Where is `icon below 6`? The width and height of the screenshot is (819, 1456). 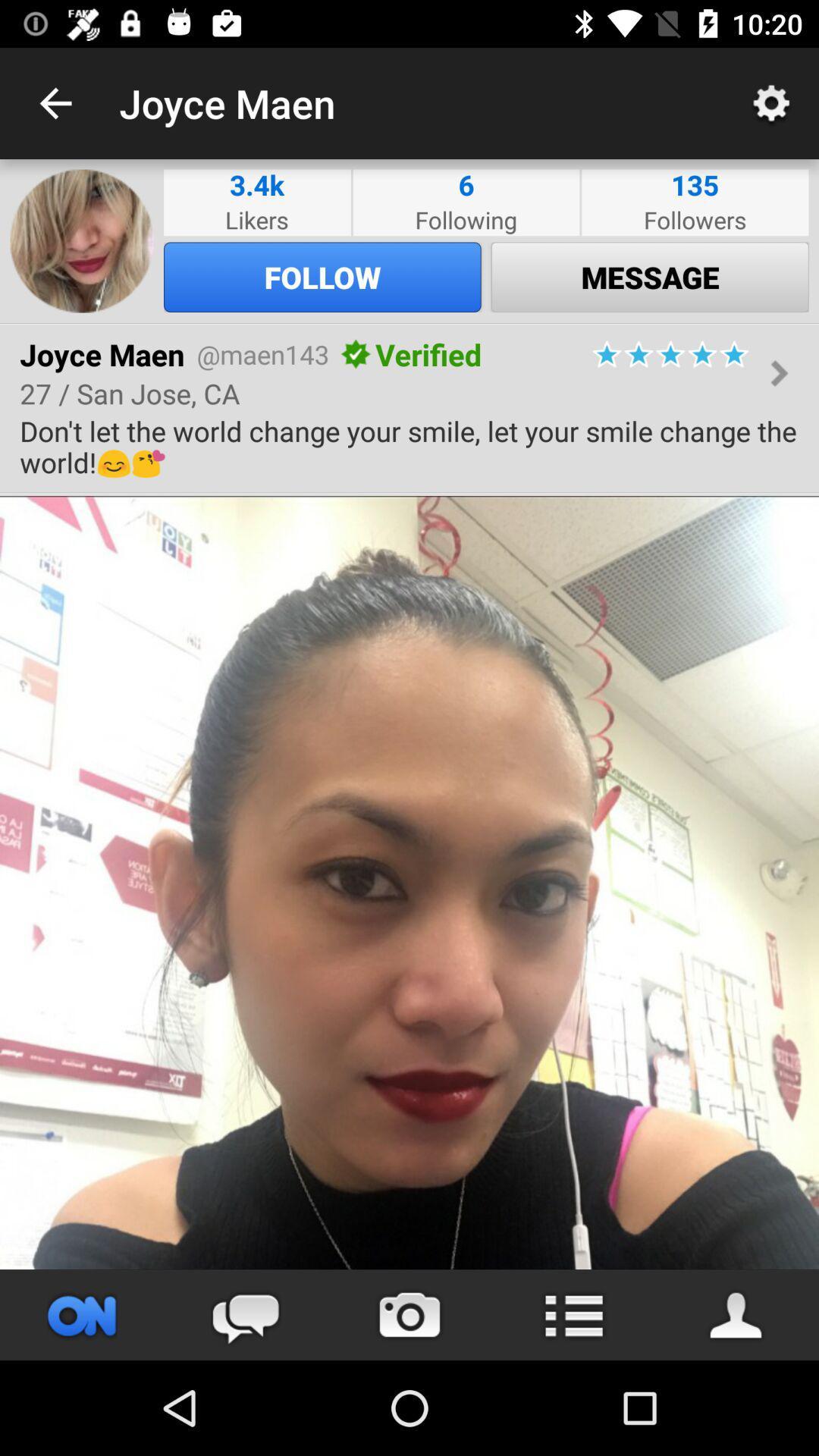
icon below 6 is located at coordinates (465, 218).